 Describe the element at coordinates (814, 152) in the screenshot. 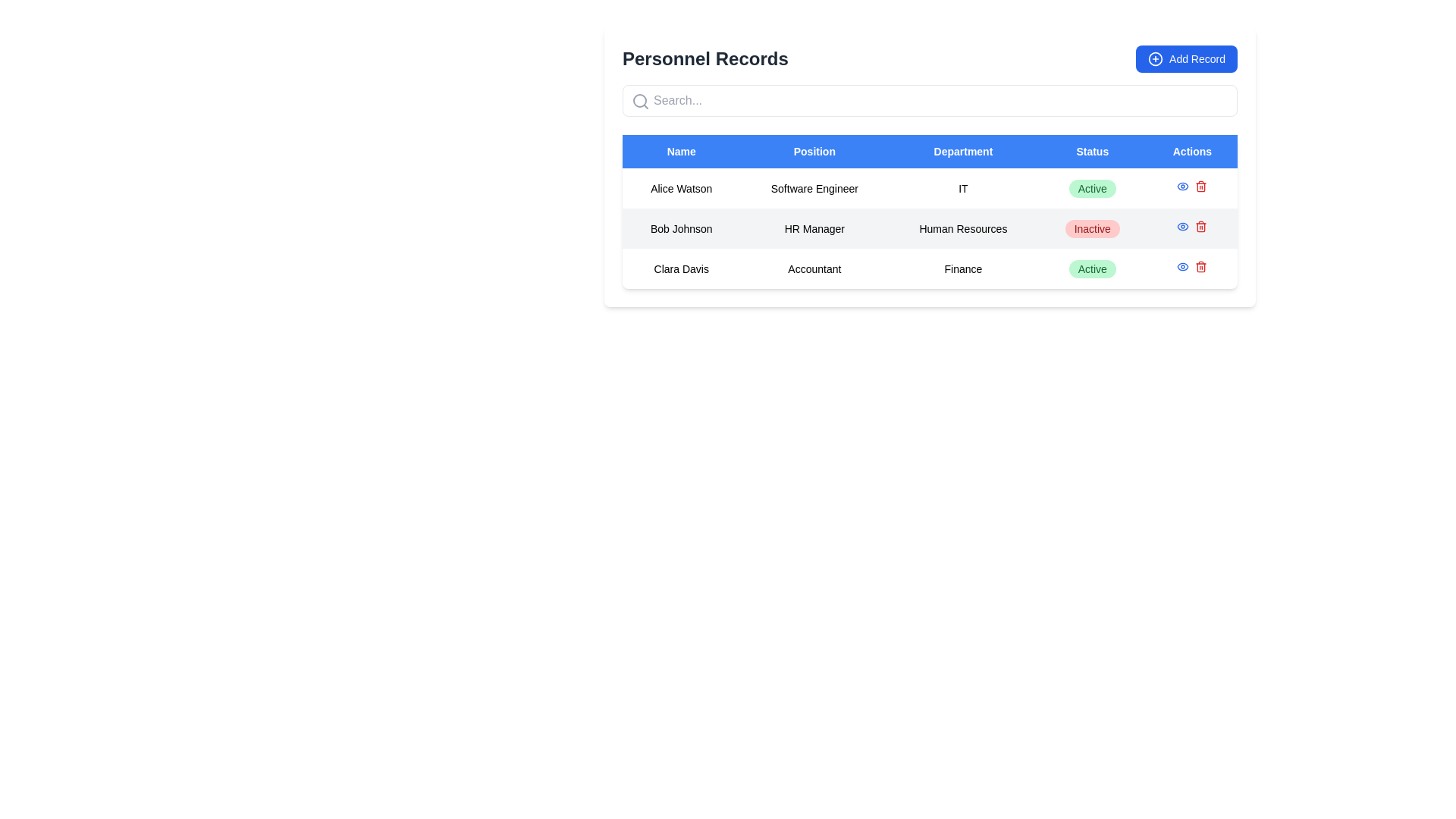

I see `the 'Position' text header in the table, which has a blue background and white centered text, located in the second position among five headers` at that location.